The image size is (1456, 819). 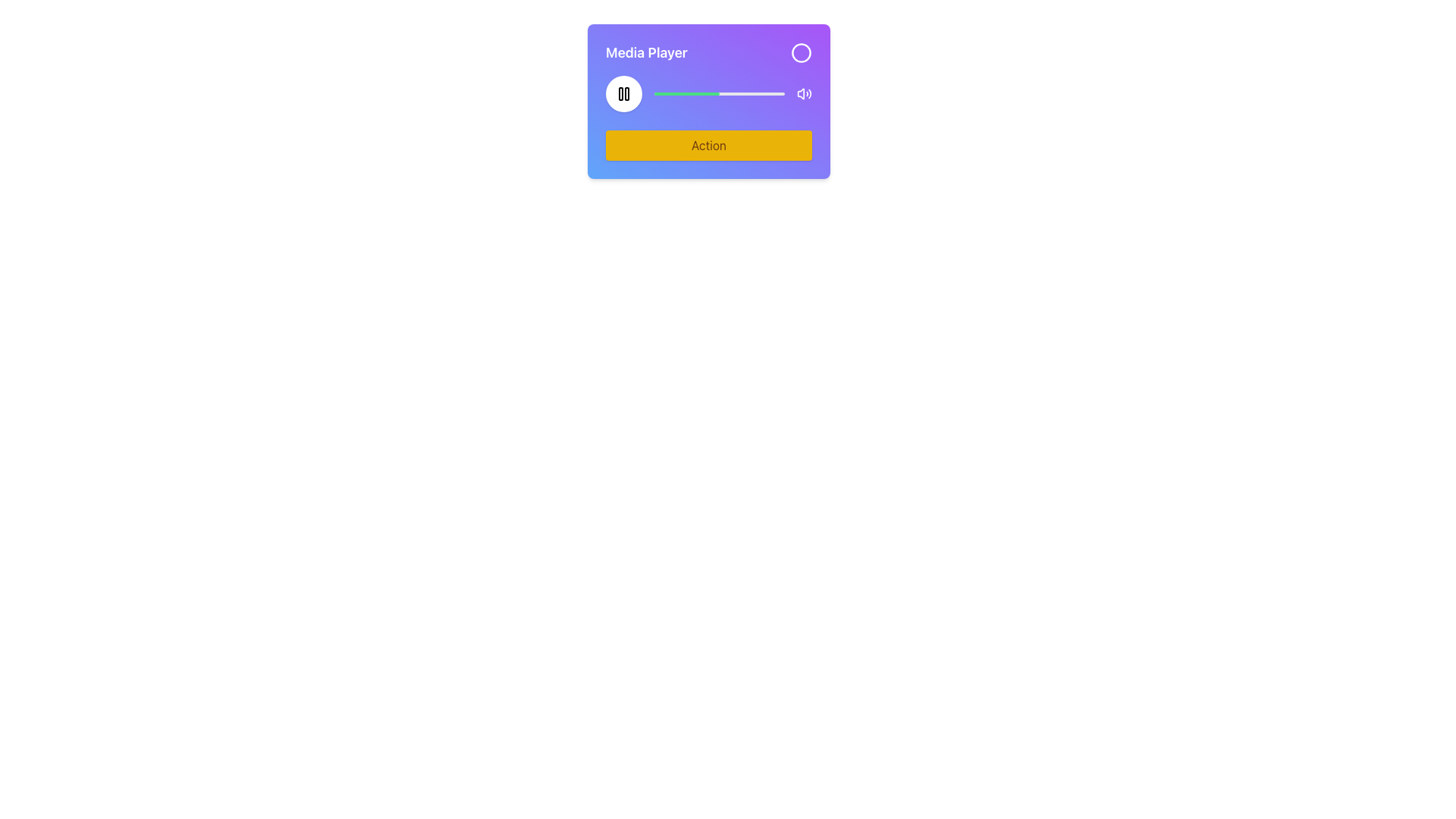 What do you see at coordinates (708, 146) in the screenshot?
I see `the rectangular button labeled 'Action' with a yellow background and dark yellow text to trigger hover effects` at bounding box center [708, 146].